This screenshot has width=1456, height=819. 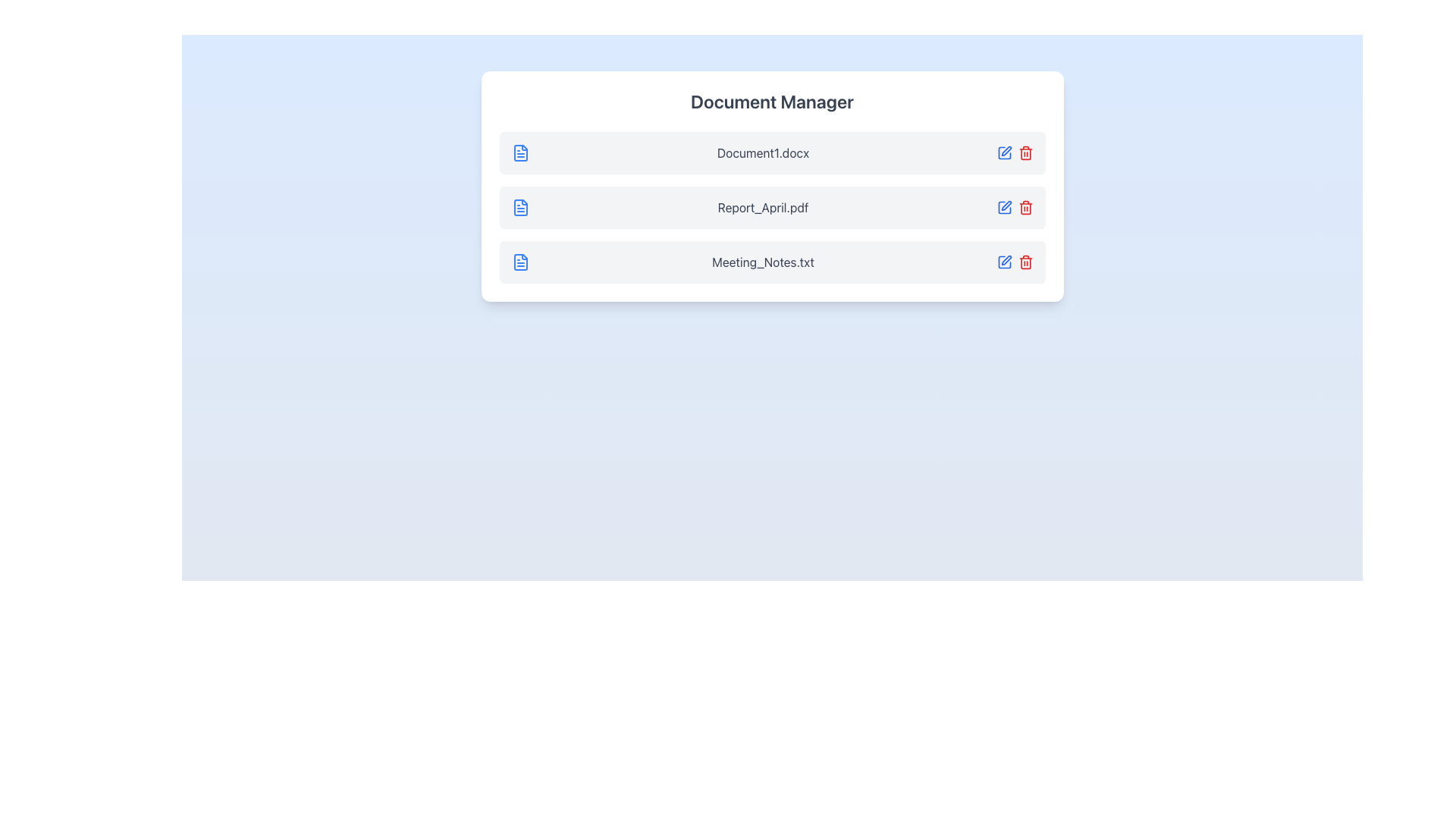 What do you see at coordinates (520, 152) in the screenshot?
I see `the document file icon associated with the first file entry labeled 'Document1.docx'` at bounding box center [520, 152].